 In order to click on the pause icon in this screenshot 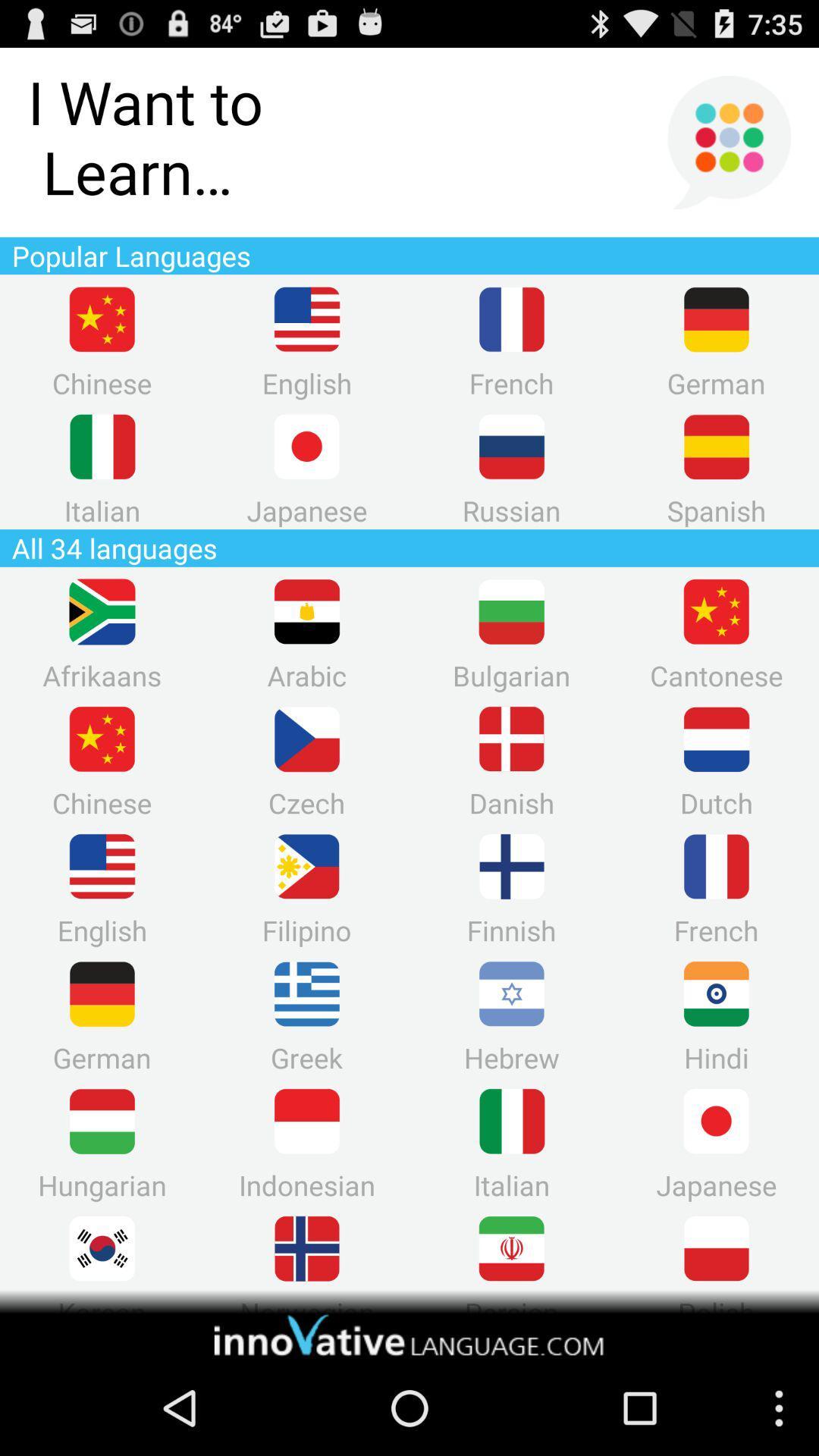, I will do `click(512, 341)`.